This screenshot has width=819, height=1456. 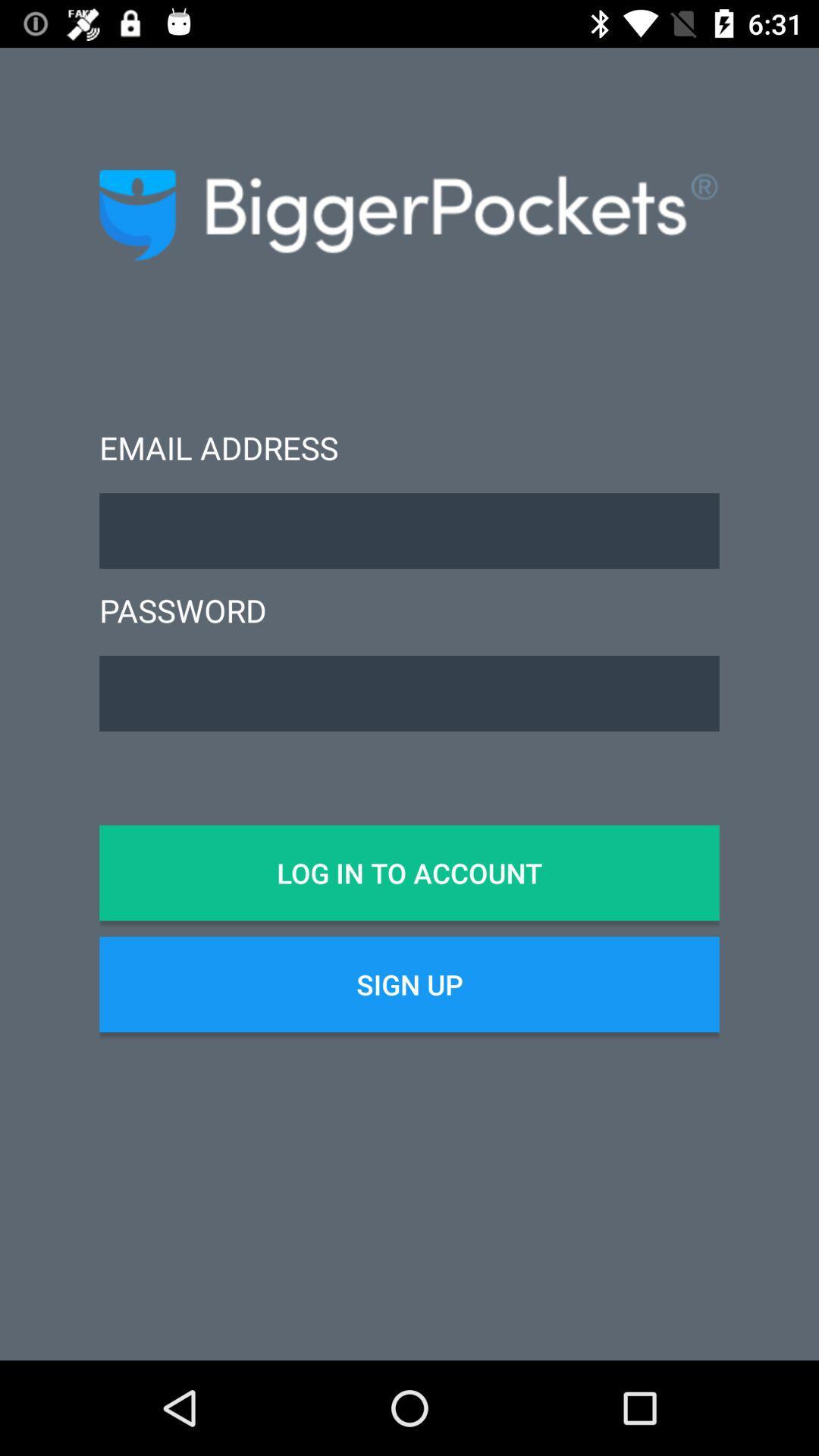 What do you see at coordinates (409, 984) in the screenshot?
I see `sign up icon` at bounding box center [409, 984].